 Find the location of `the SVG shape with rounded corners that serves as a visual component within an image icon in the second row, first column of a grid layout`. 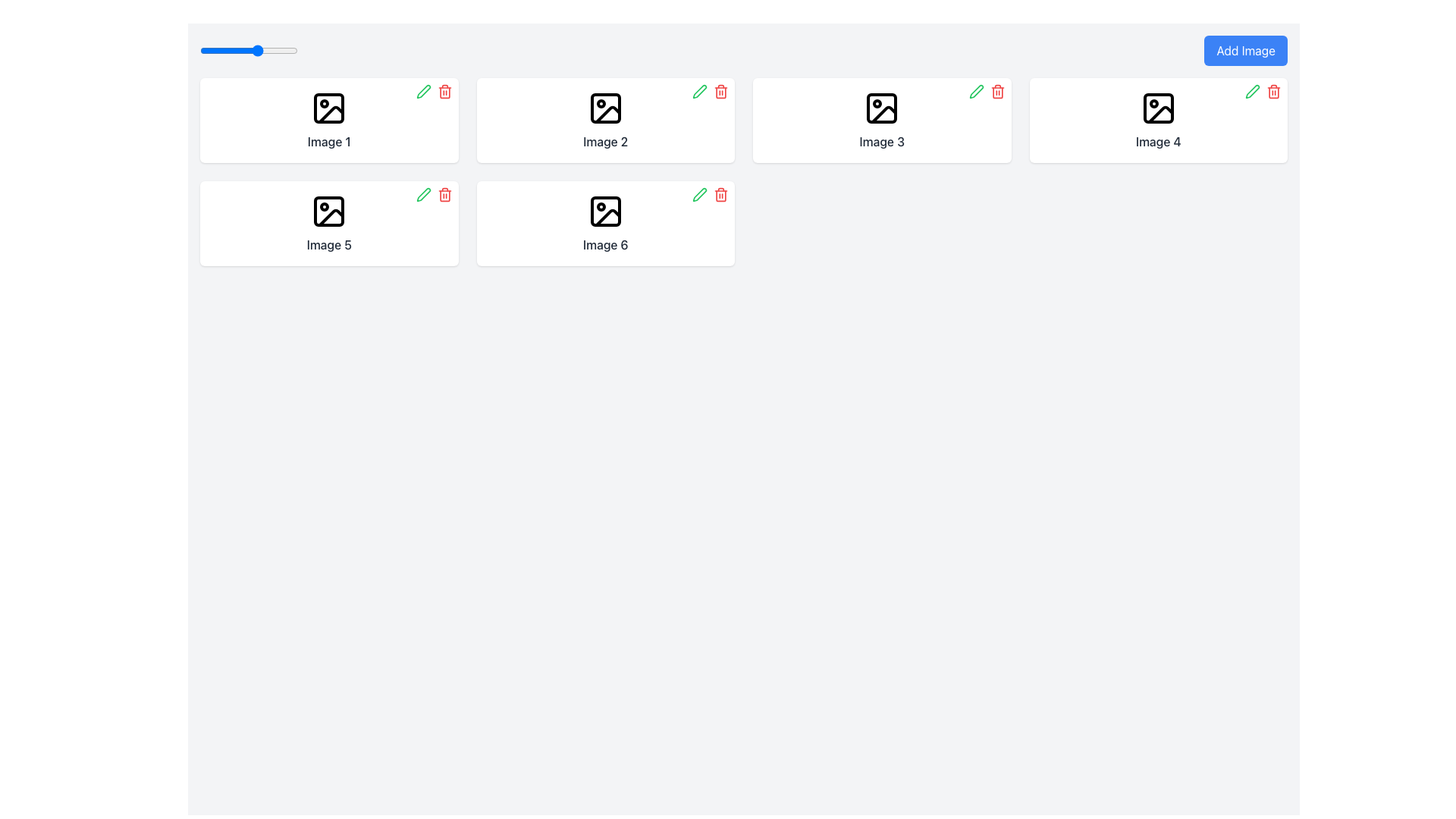

the SVG shape with rounded corners that serves as a visual component within an image icon in the second row, first column of a grid layout is located at coordinates (328, 211).